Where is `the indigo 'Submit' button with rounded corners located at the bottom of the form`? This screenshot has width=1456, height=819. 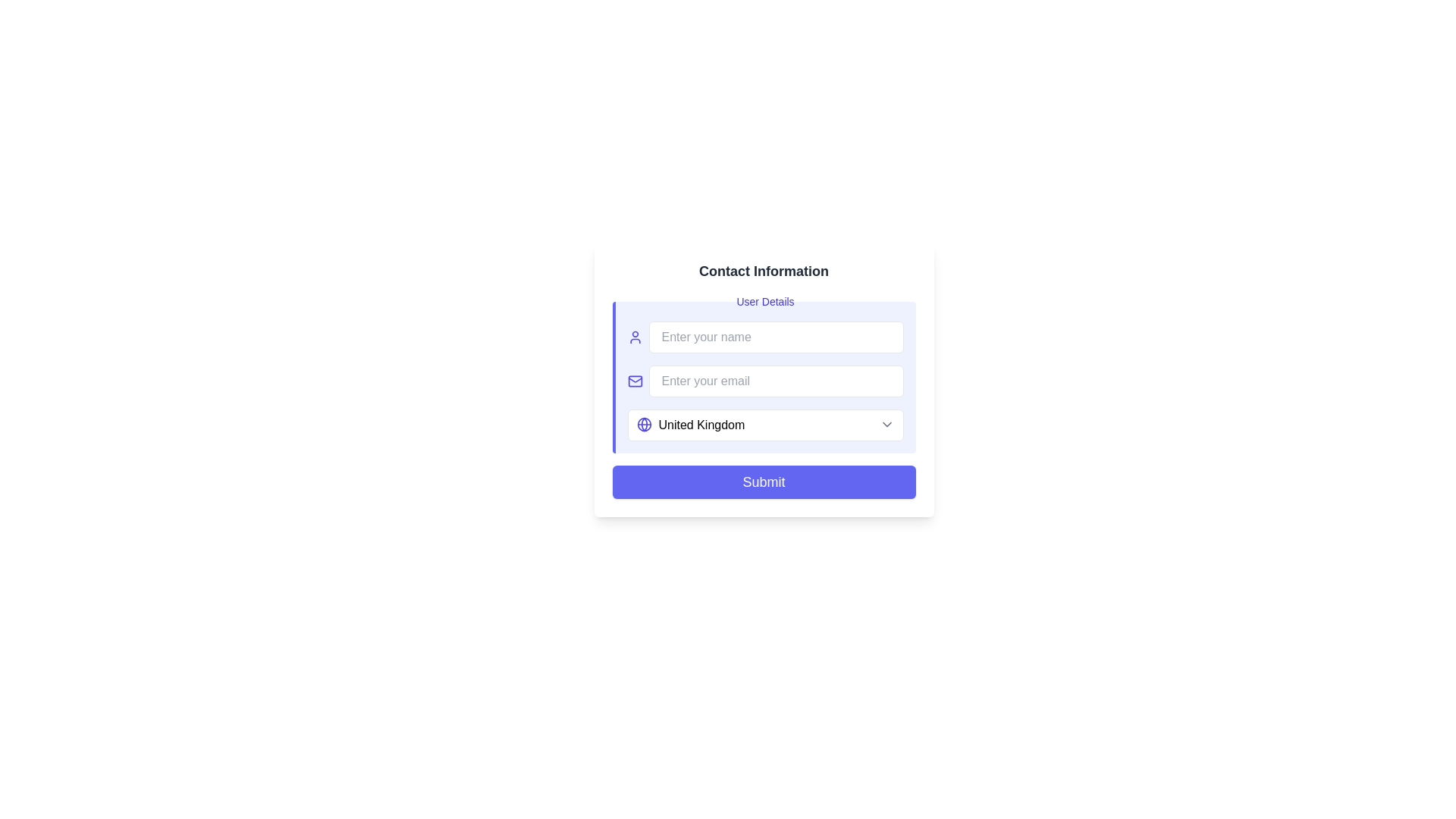 the indigo 'Submit' button with rounded corners located at the bottom of the form is located at coordinates (764, 482).